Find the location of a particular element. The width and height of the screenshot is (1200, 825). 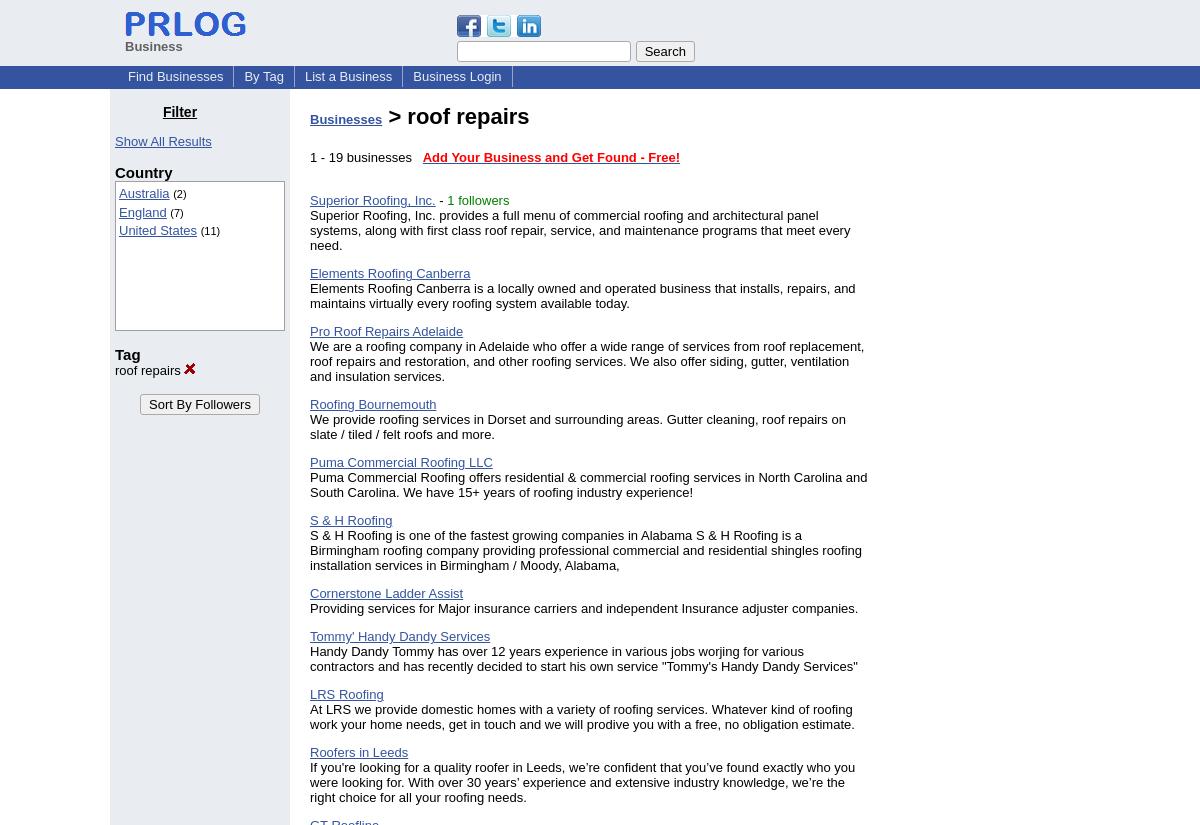

'Elements Roofing Canberra' is located at coordinates (390, 272).